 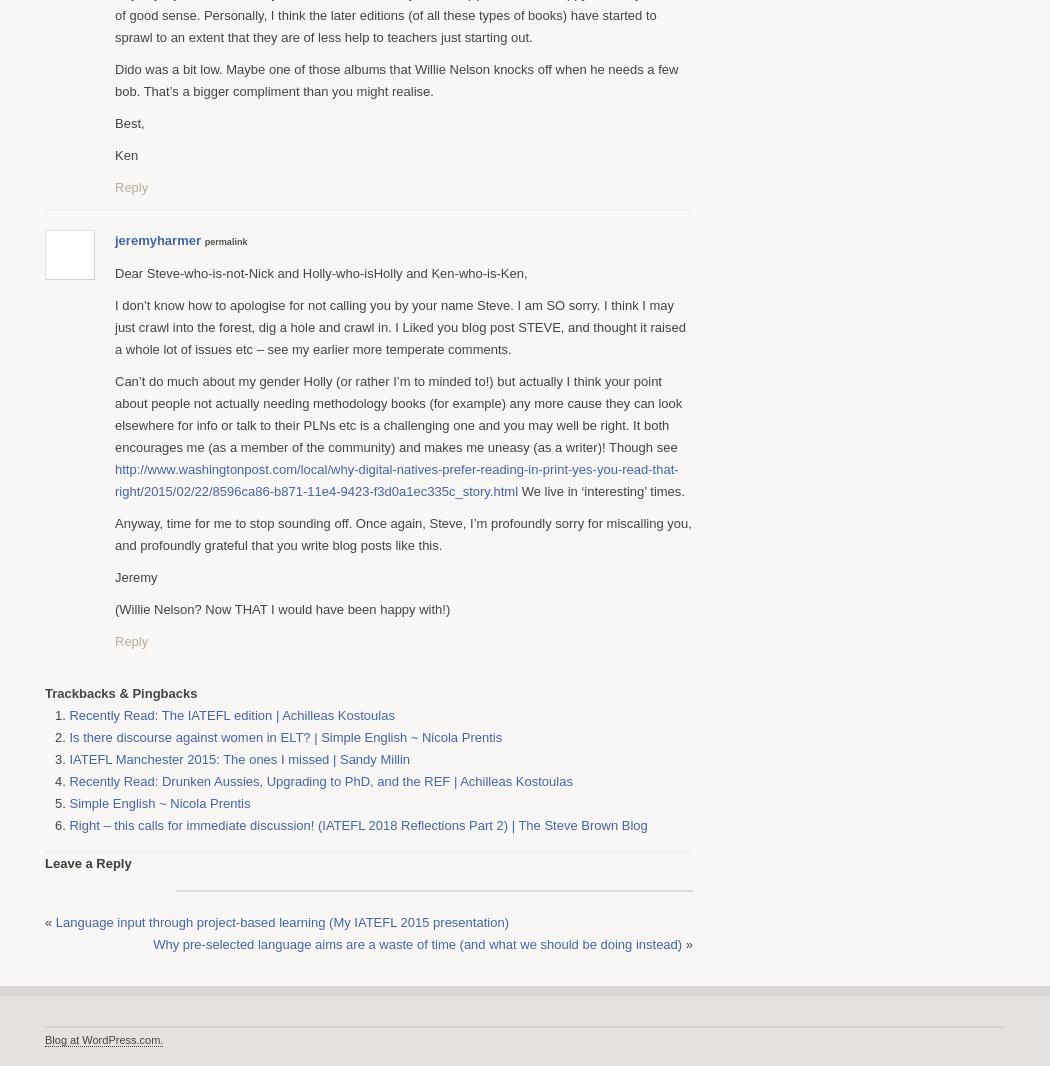 I want to click on '(Willie Nelson? Now THAT I would have been happy with!)', so click(x=113, y=607).